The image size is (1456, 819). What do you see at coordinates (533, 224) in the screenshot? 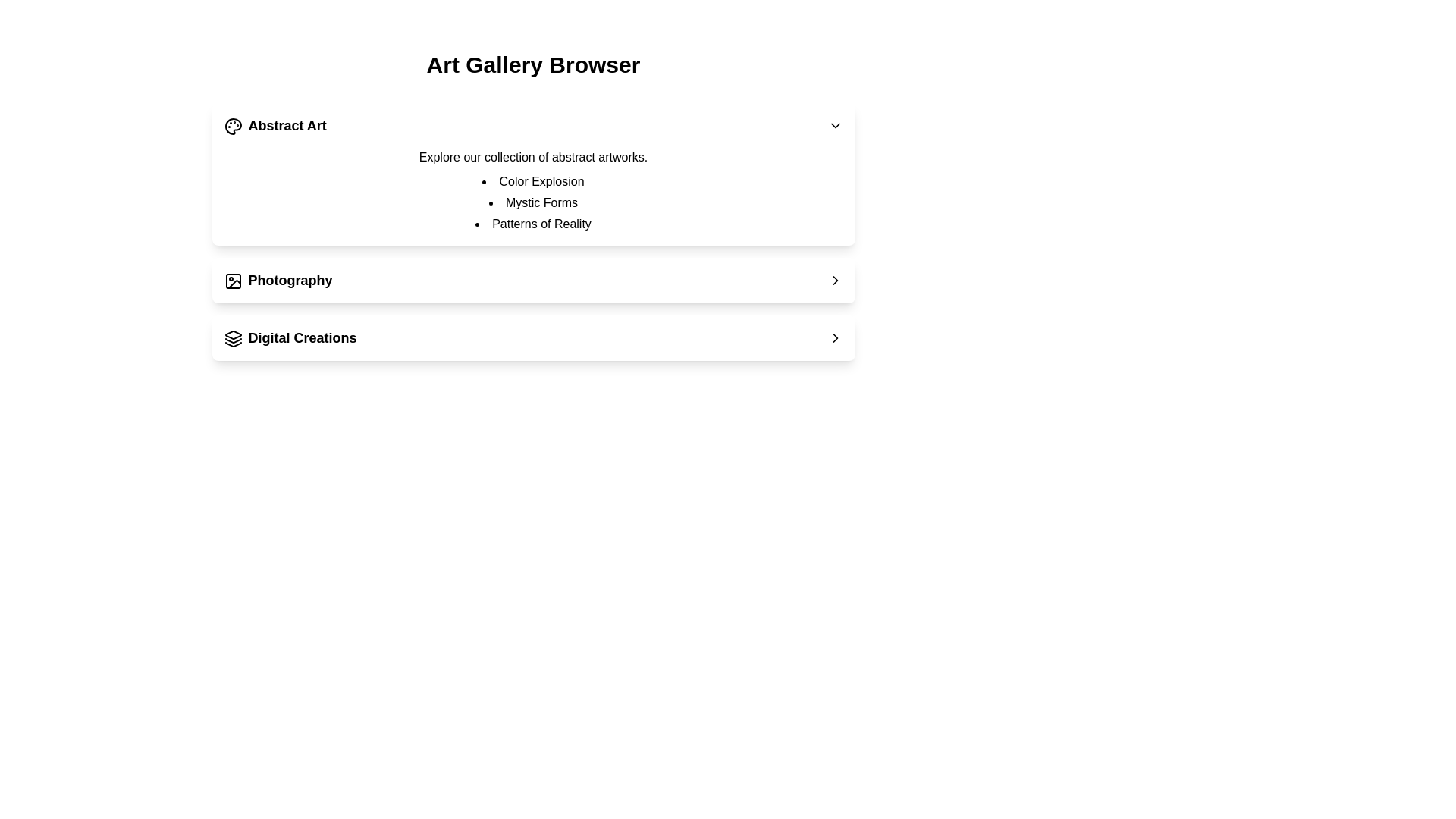
I see `the artwork Patterns of Reality from the list` at bounding box center [533, 224].